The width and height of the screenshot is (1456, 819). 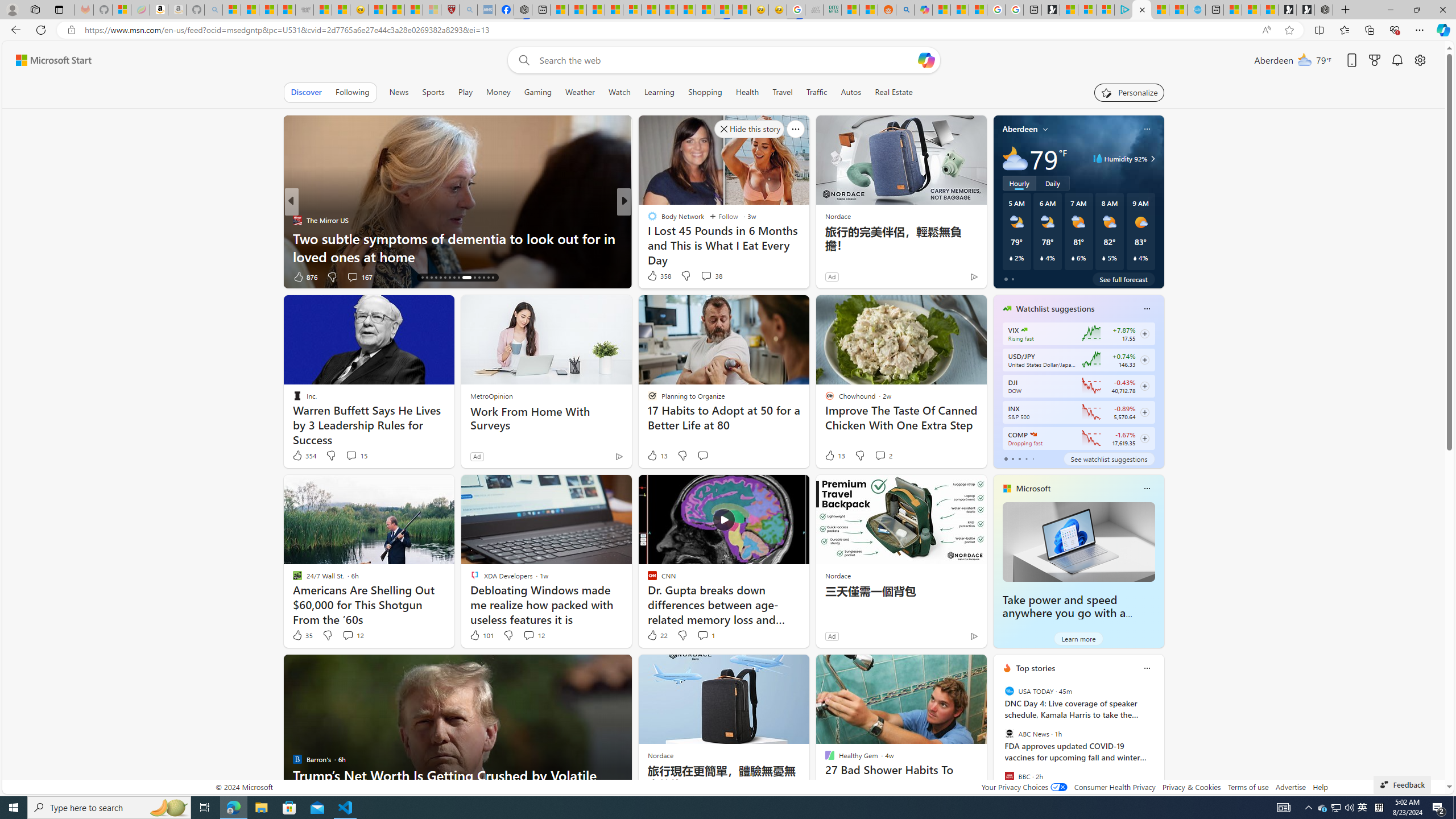 What do you see at coordinates (1008, 690) in the screenshot?
I see `'USA TODAY'` at bounding box center [1008, 690].